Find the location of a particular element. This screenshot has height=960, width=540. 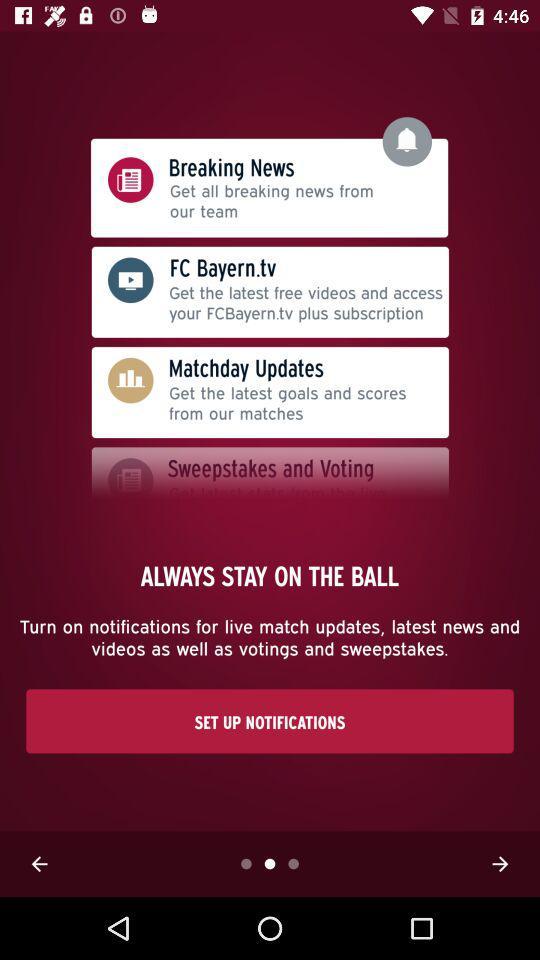

the arrow_backward icon is located at coordinates (39, 863).